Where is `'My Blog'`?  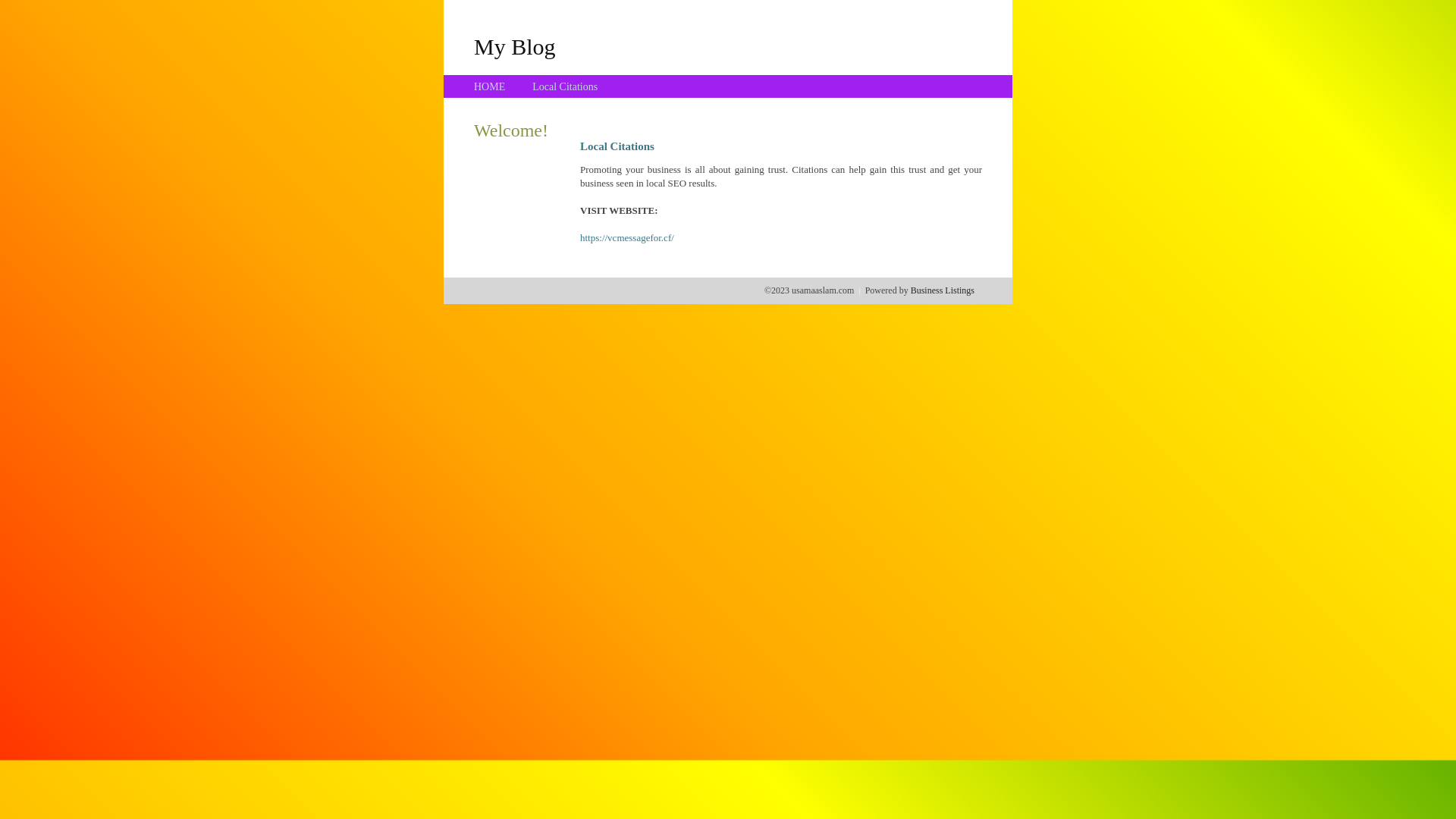
'My Blog' is located at coordinates (514, 45).